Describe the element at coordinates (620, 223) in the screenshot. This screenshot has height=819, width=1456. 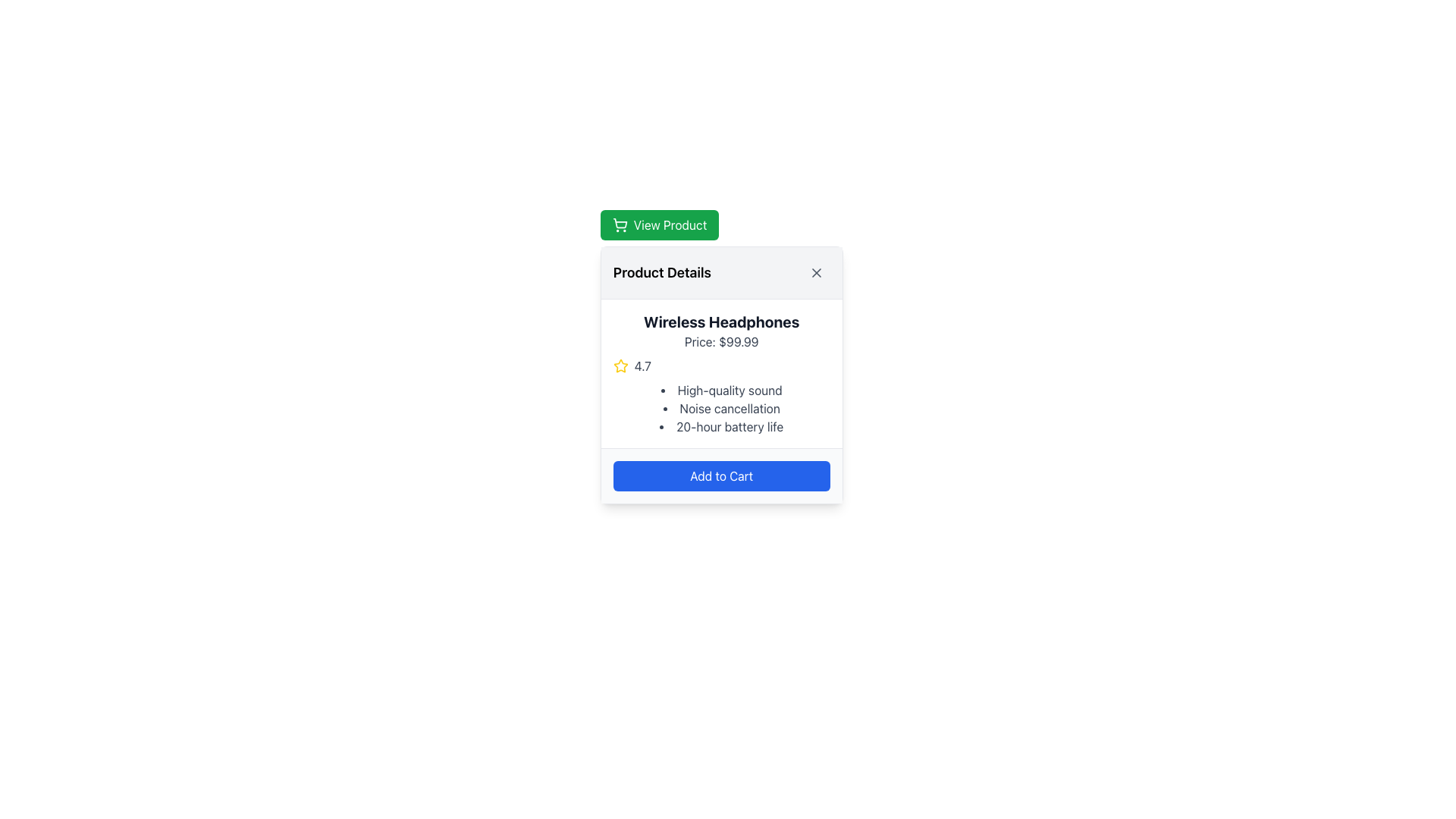
I see `the shopping cart outline SVG icon, which is part of the 'View Product' button located on the left side of the button` at that location.